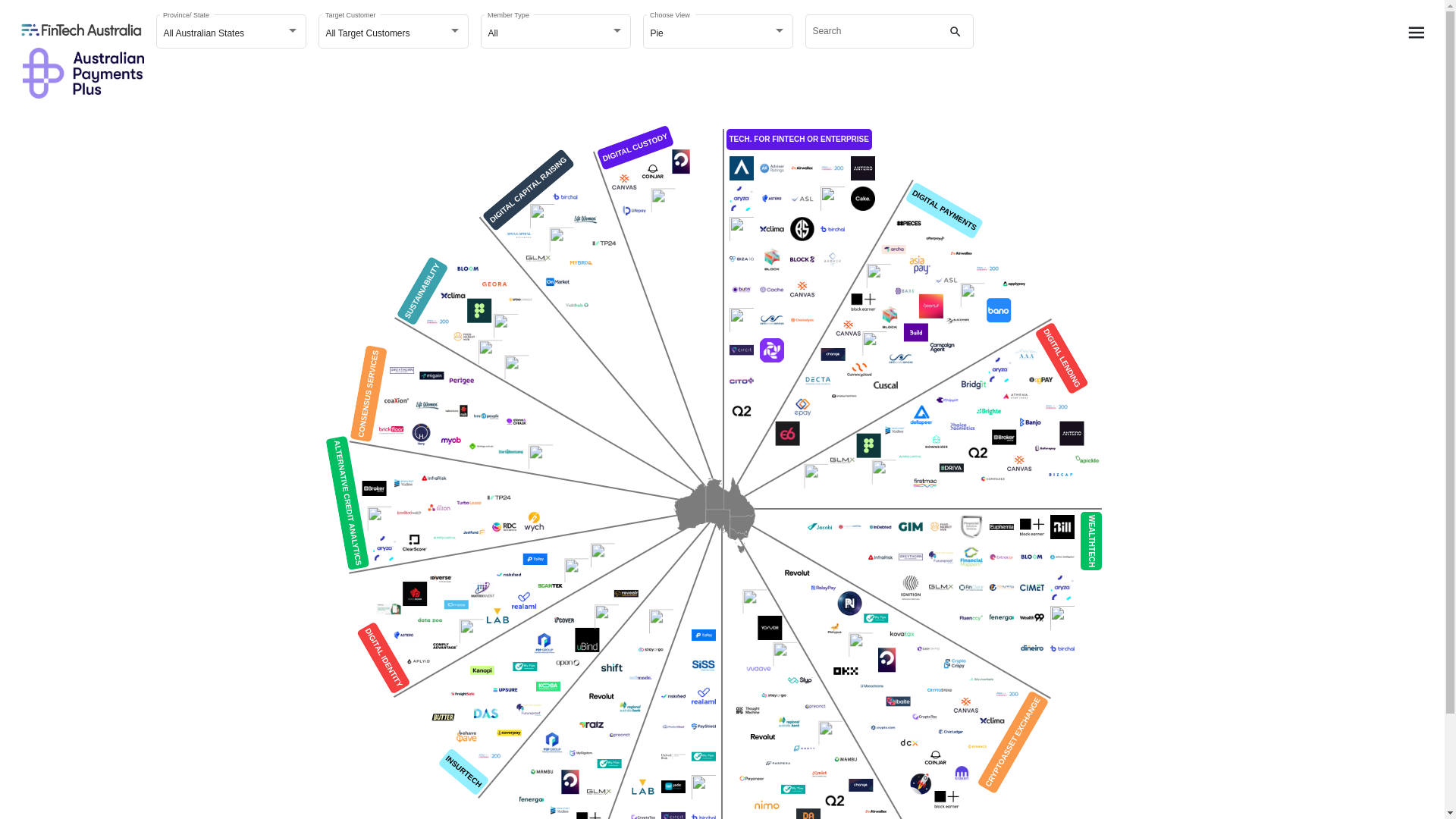  I want to click on 'Mambu Australia Pty Ltd', so click(844, 759).